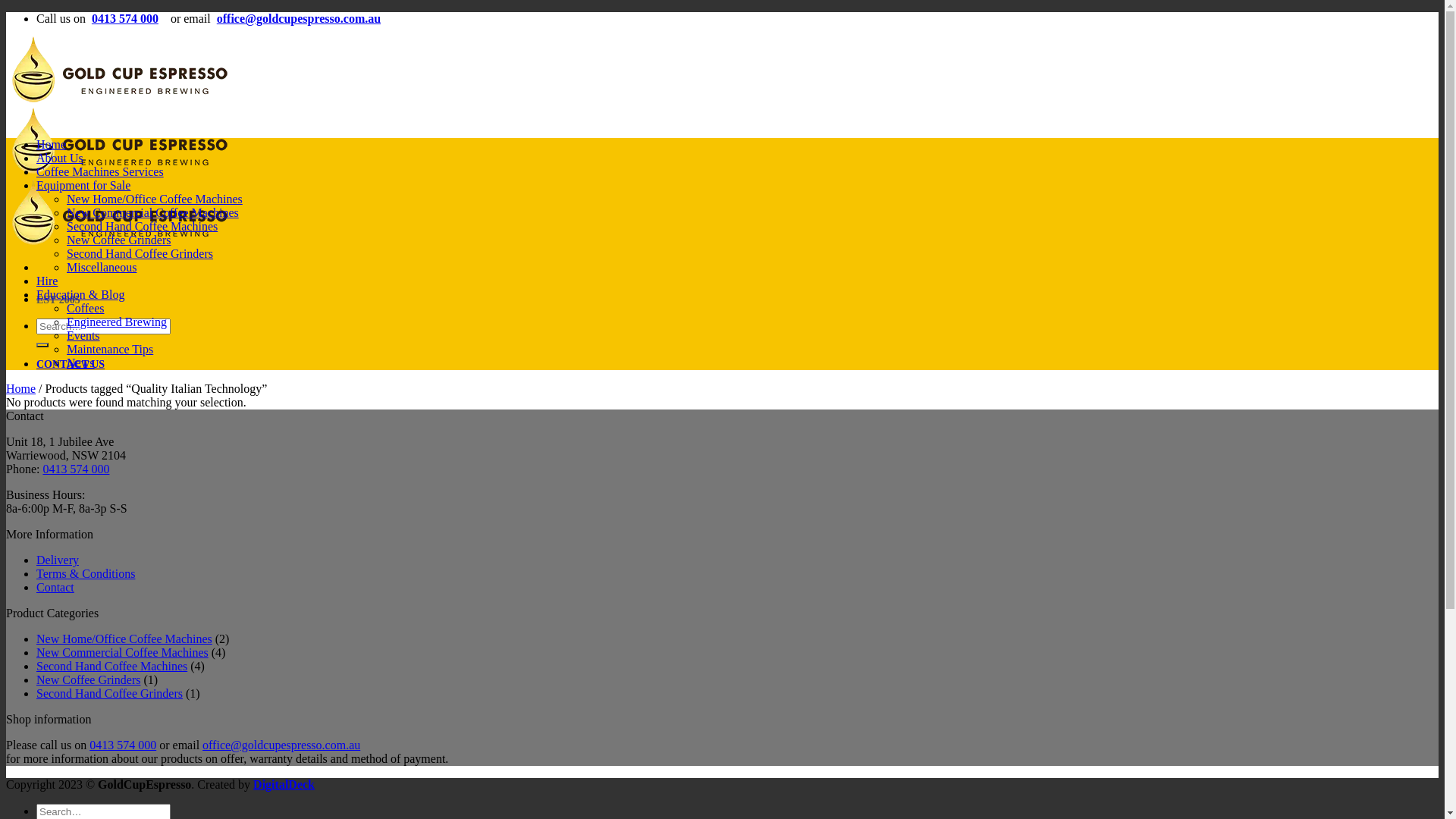 The image size is (1456, 819). I want to click on 'Equipment for Sale', so click(36, 184).